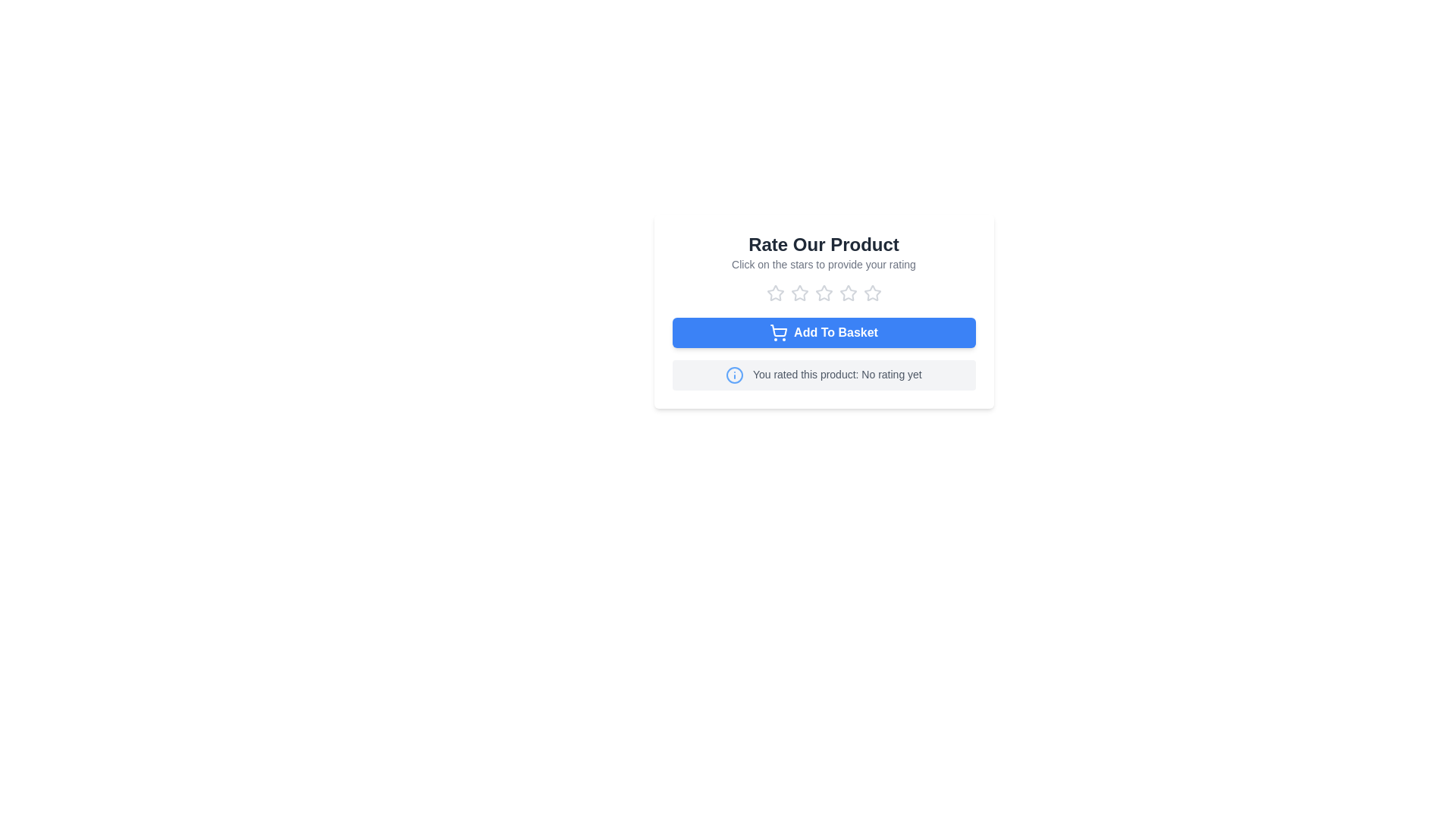  Describe the element at coordinates (872, 292) in the screenshot. I see `the fifth star icon in the rating section located beneath the 'Rate Our Product' header` at that location.